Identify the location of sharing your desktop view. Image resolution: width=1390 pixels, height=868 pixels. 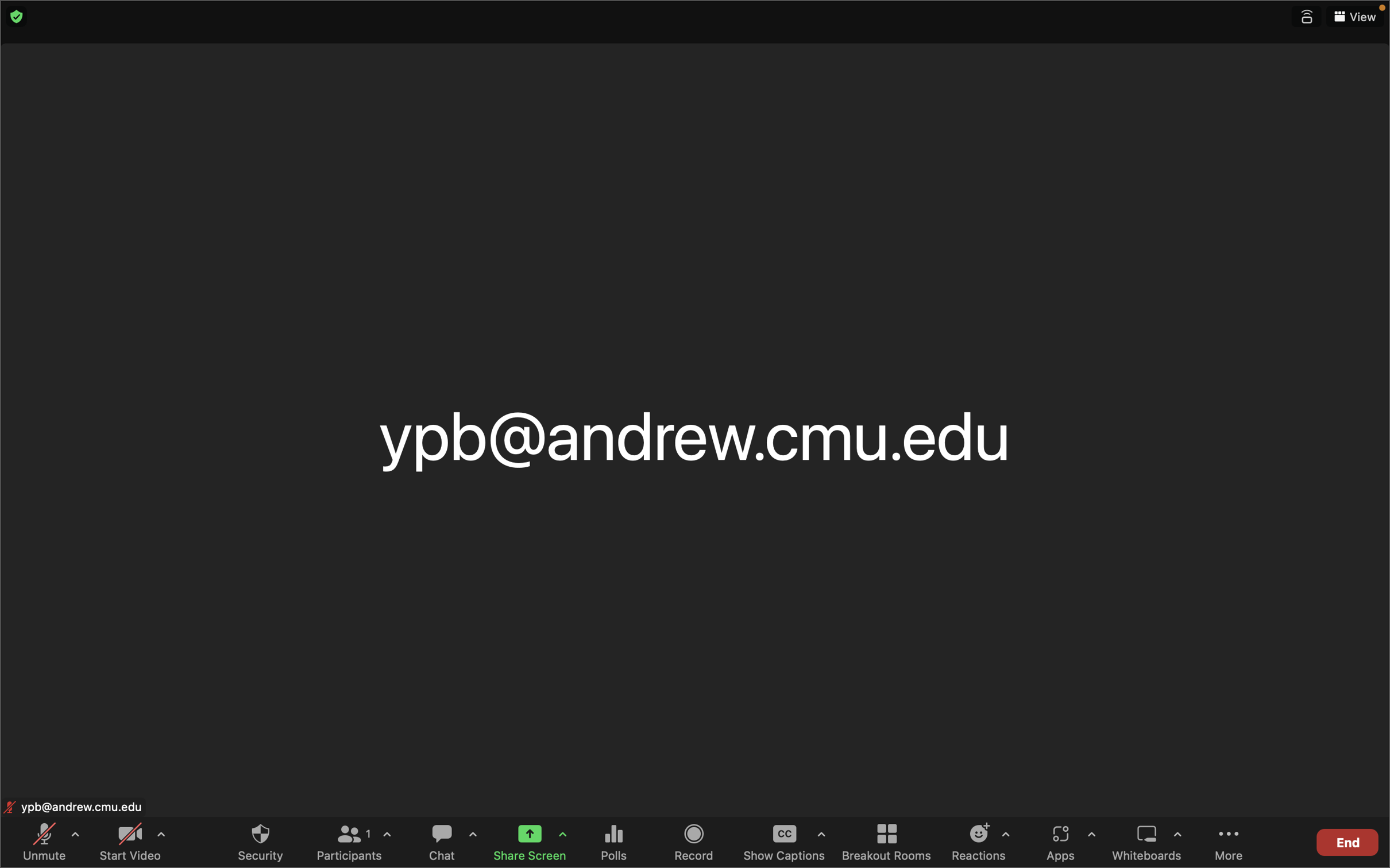
(526, 840).